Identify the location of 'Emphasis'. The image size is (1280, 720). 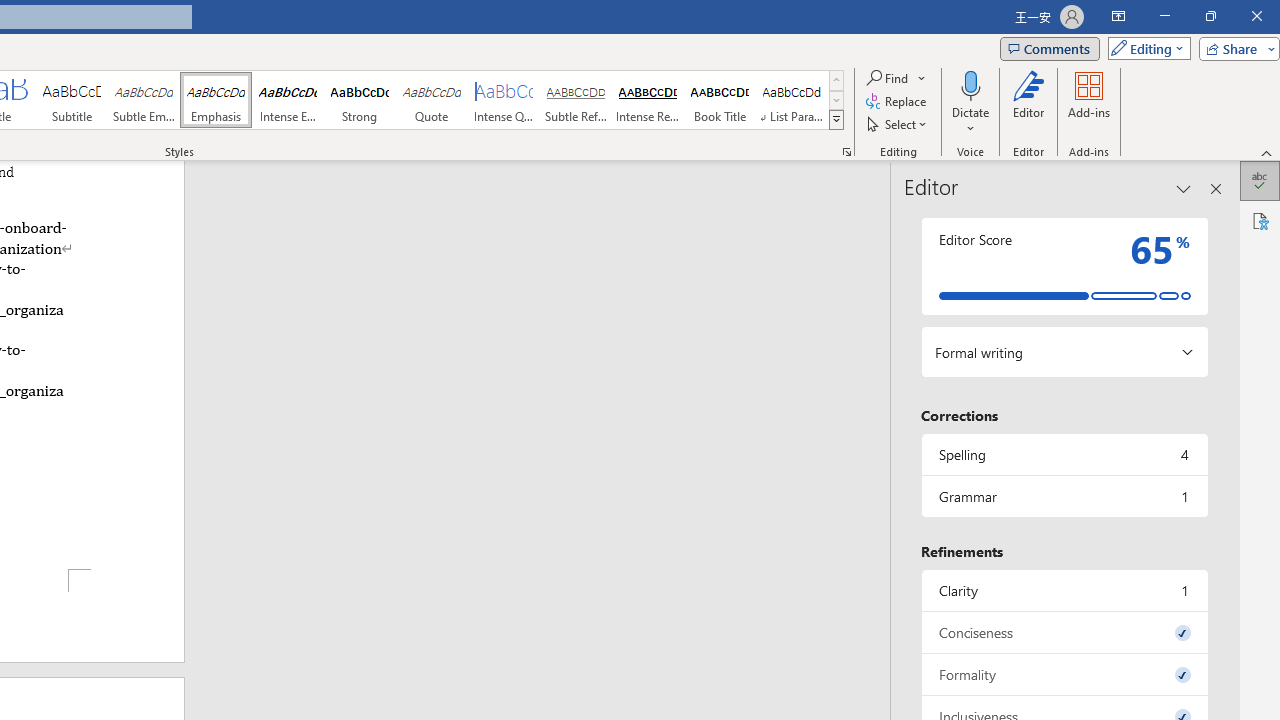
(216, 100).